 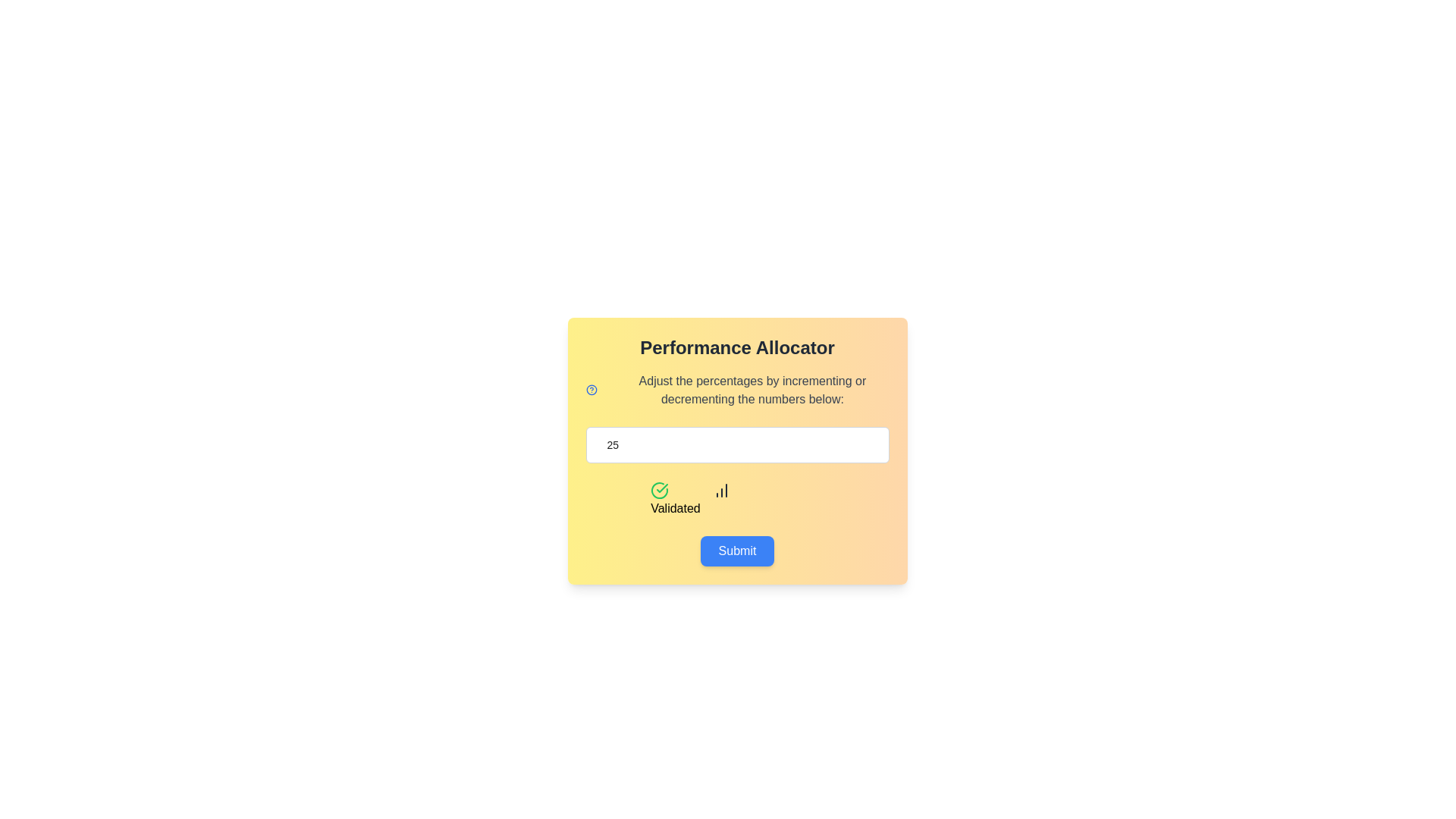 I want to click on the Text label providing guidance for adjusting percentages, located below the title 'Performance Allocator' and above the input box, so click(x=737, y=390).